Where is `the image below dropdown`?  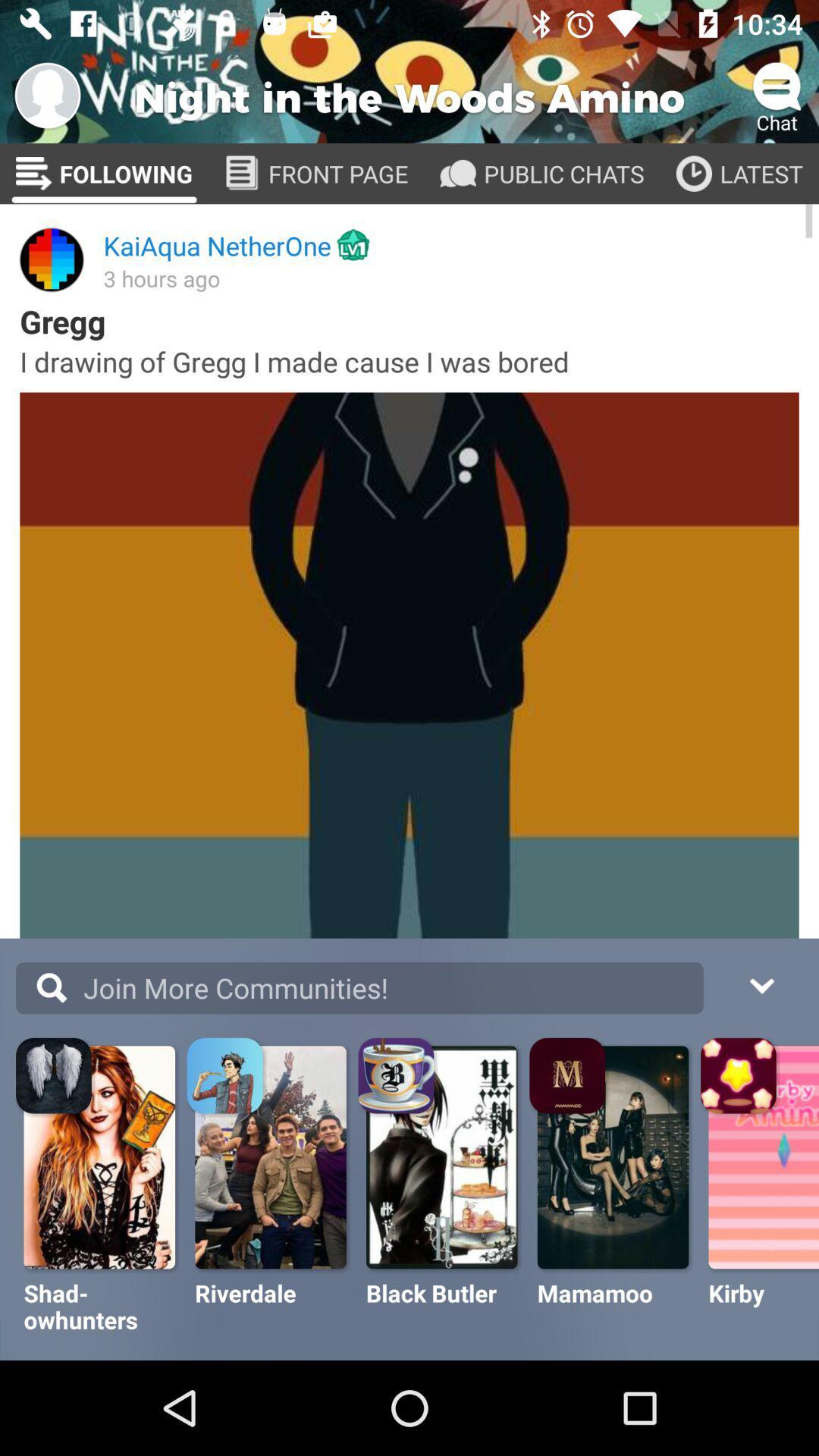
the image below dropdown is located at coordinates (739, 1077).